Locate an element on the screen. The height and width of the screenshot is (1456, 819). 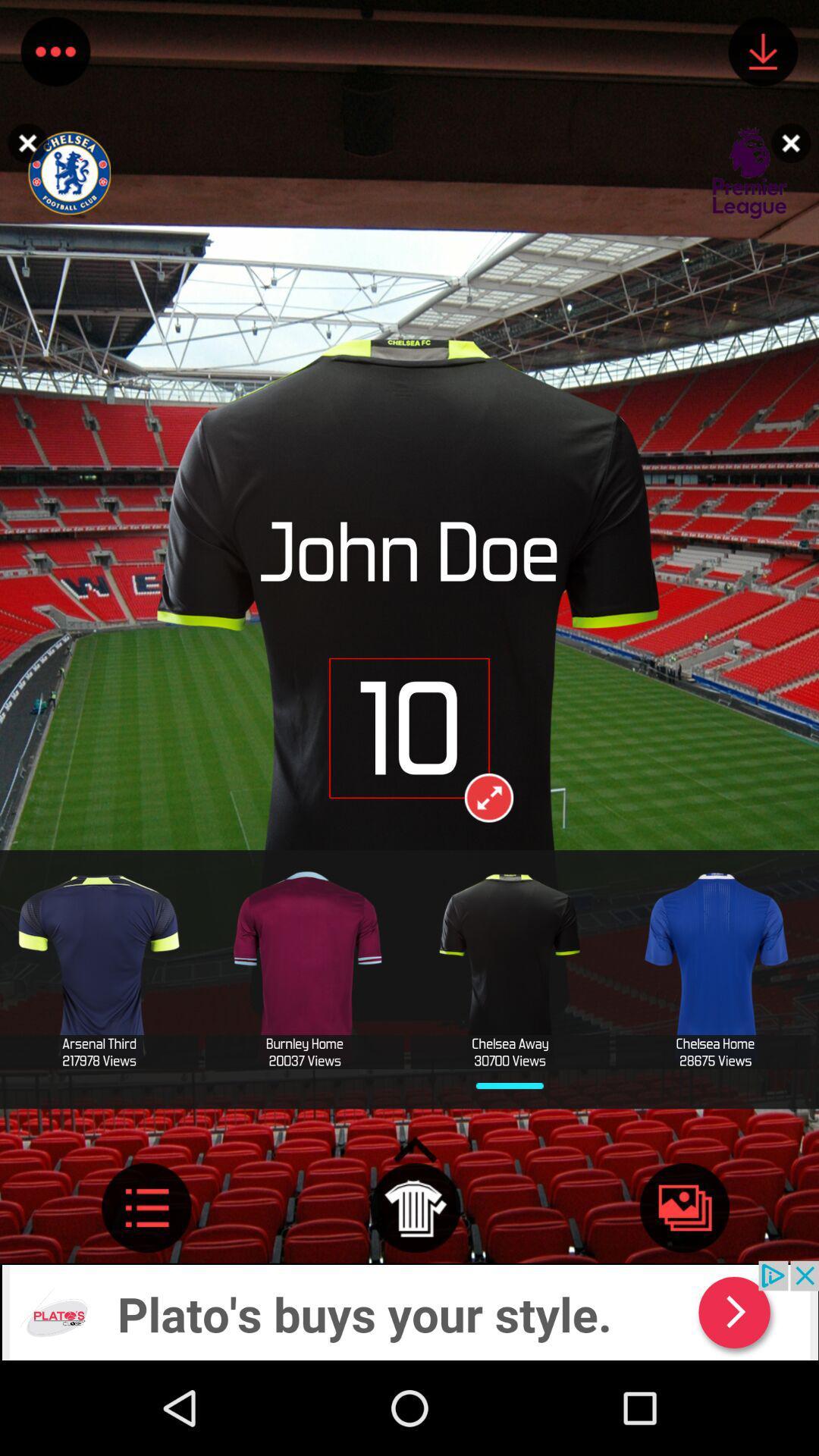
the close icon is located at coordinates (24, 143).